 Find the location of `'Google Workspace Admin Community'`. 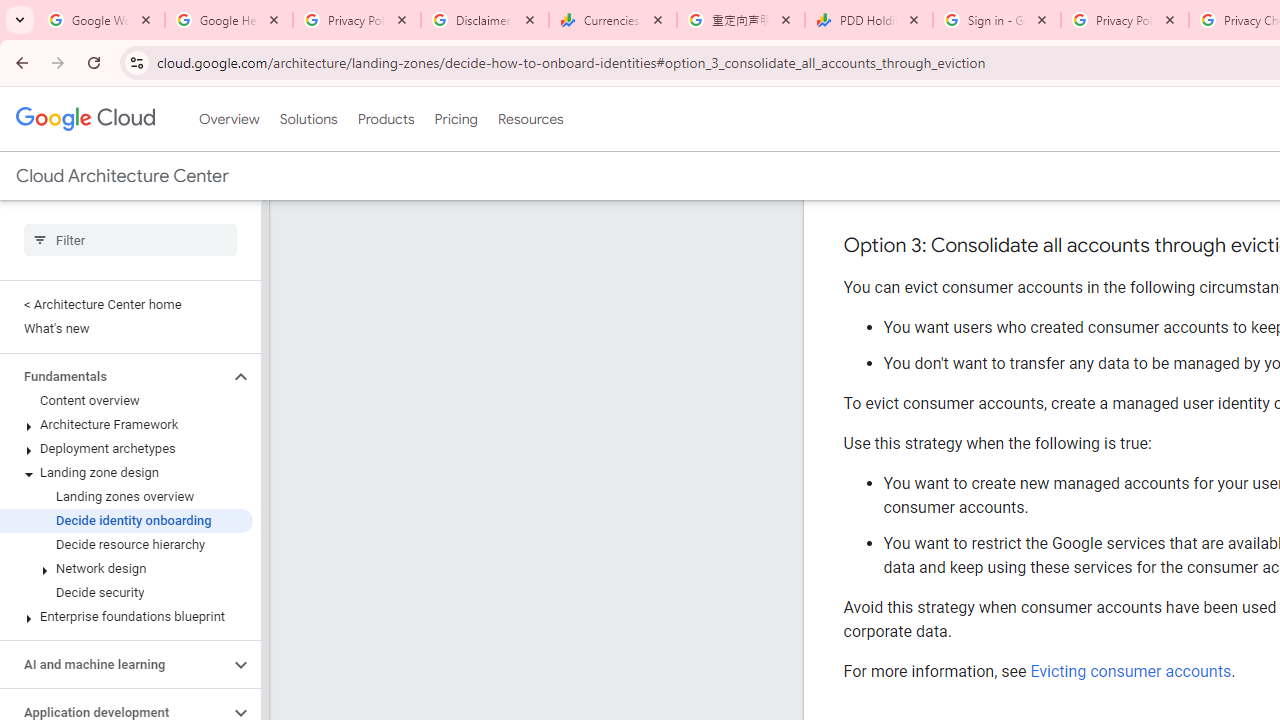

'Google Workspace Admin Community' is located at coordinates (100, 20).